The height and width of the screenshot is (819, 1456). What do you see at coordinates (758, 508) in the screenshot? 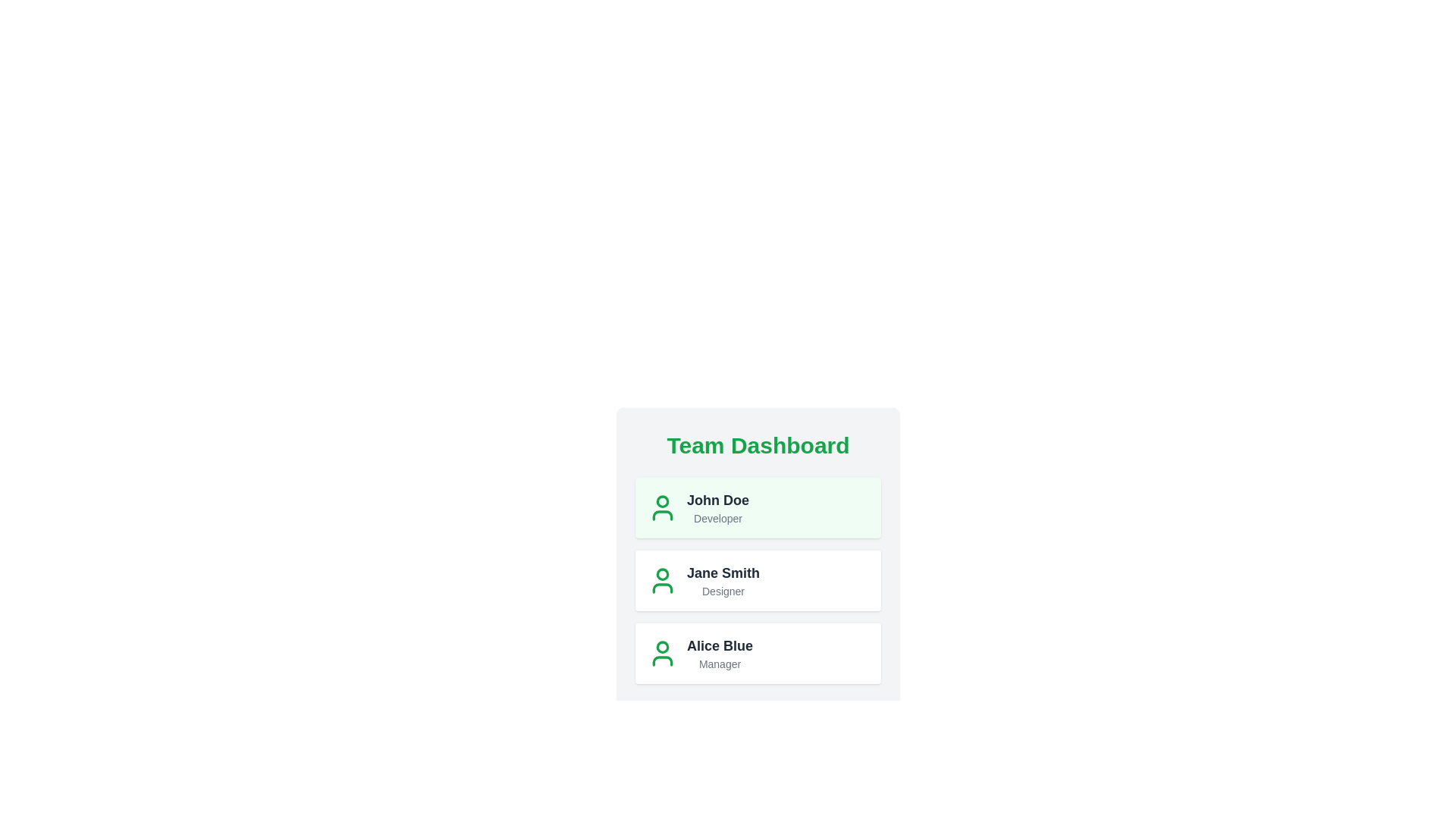
I see `the first card in the list with a light green background that displays the name 'John Doe' and the subtitle 'Developer' to trigger hover effects` at bounding box center [758, 508].